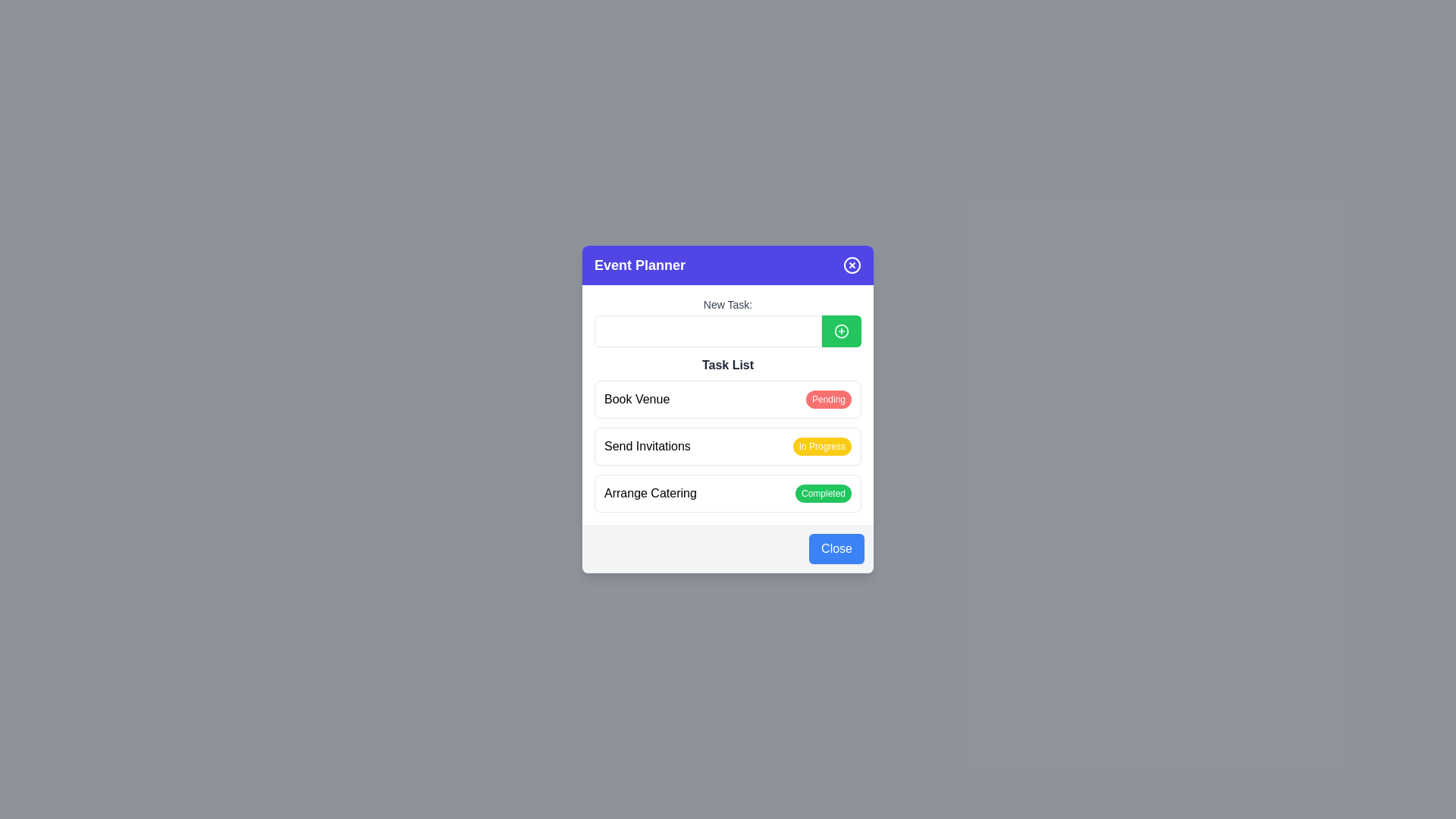 This screenshot has height=819, width=1456. Describe the element at coordinates (648, 446) in the screenshot. I see `the static text label that denotes the task 'Send Invitations', positioned to the left of the 'In Progress' label` at that location.